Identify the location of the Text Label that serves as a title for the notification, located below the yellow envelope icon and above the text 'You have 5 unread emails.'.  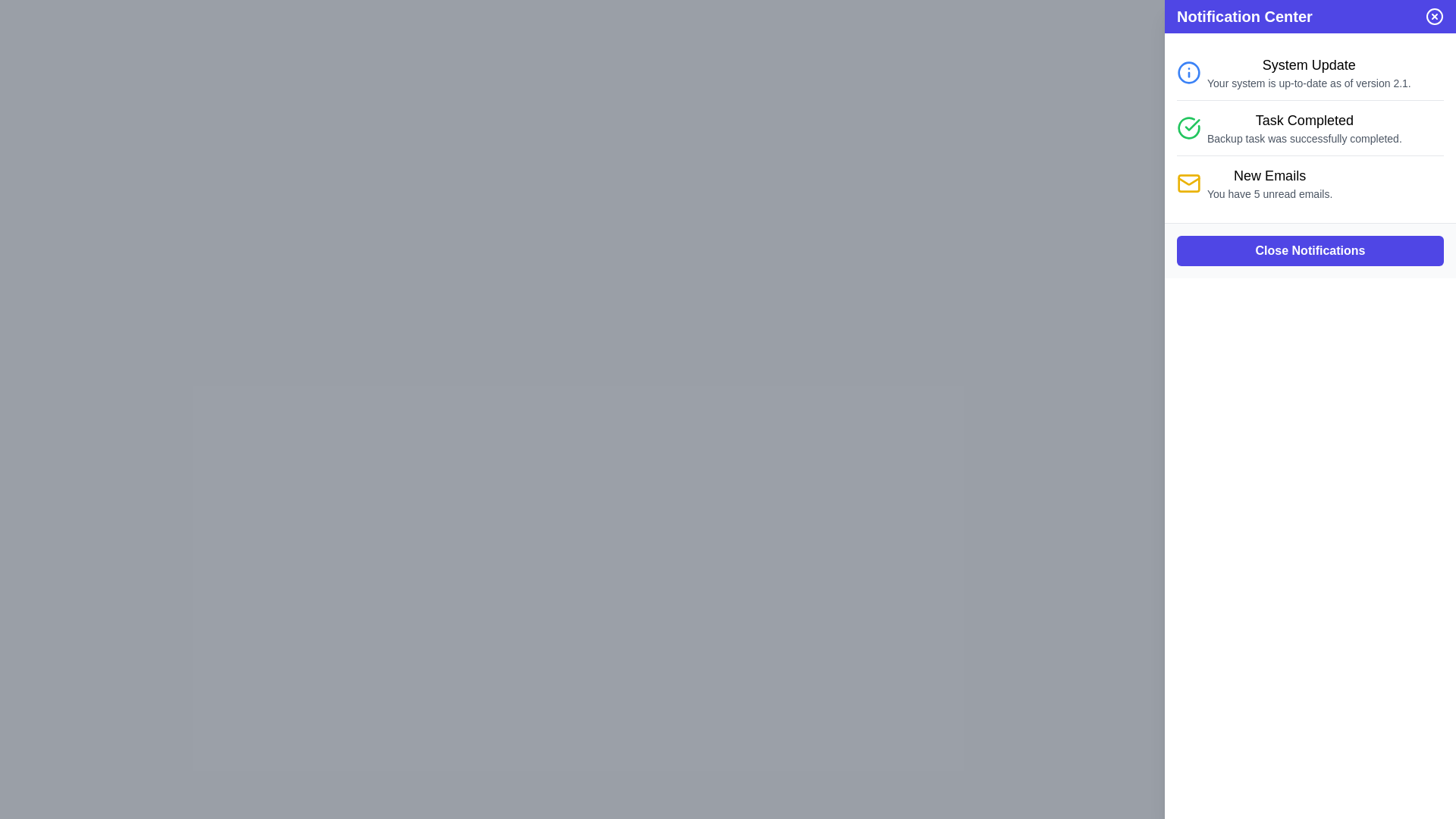
(1269, 174).